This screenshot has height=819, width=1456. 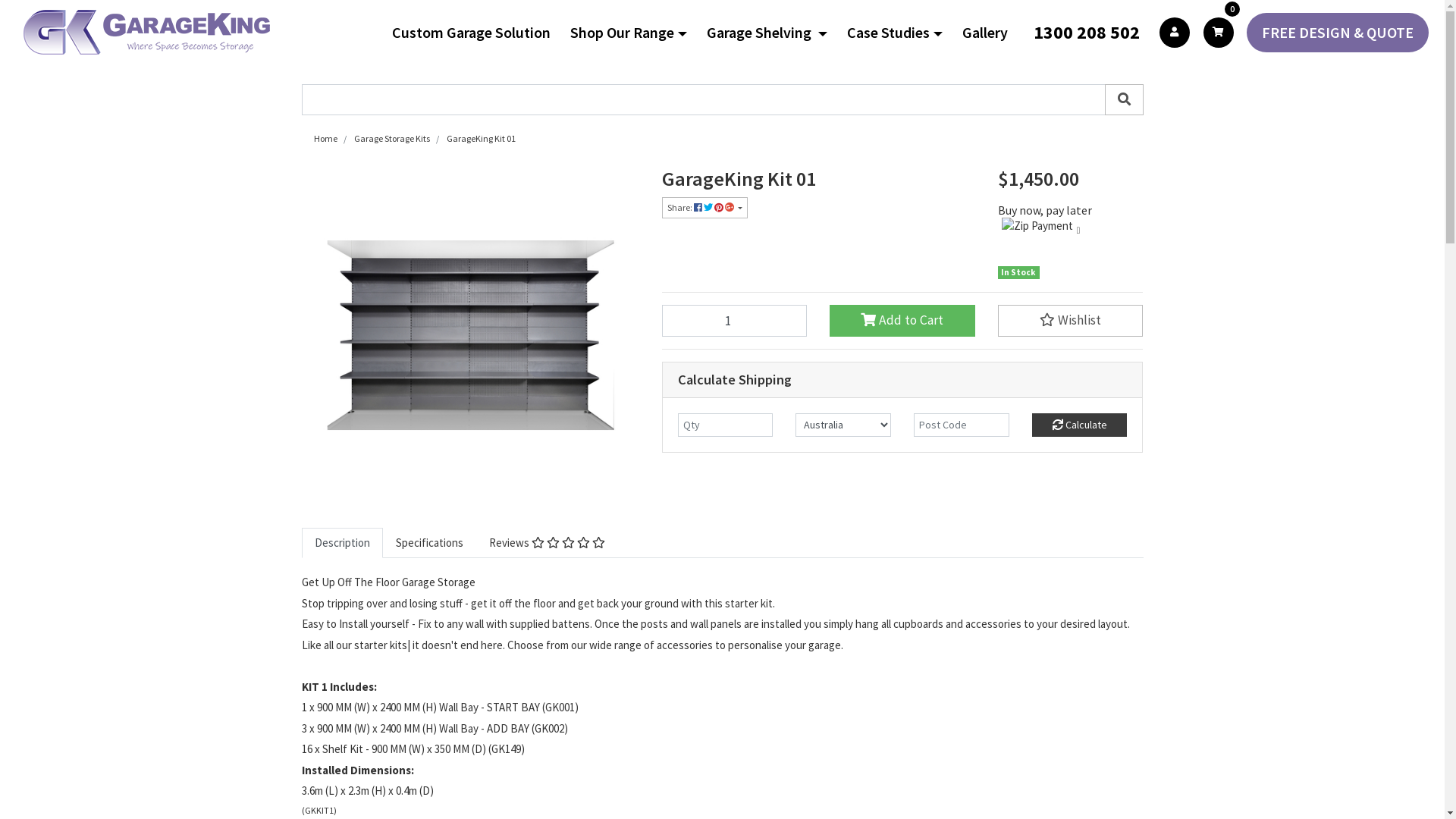 What do you see at coordinates (1079, 425) in the screenshot?
I see `'Calculate'` at bounding box center [1079, 425].